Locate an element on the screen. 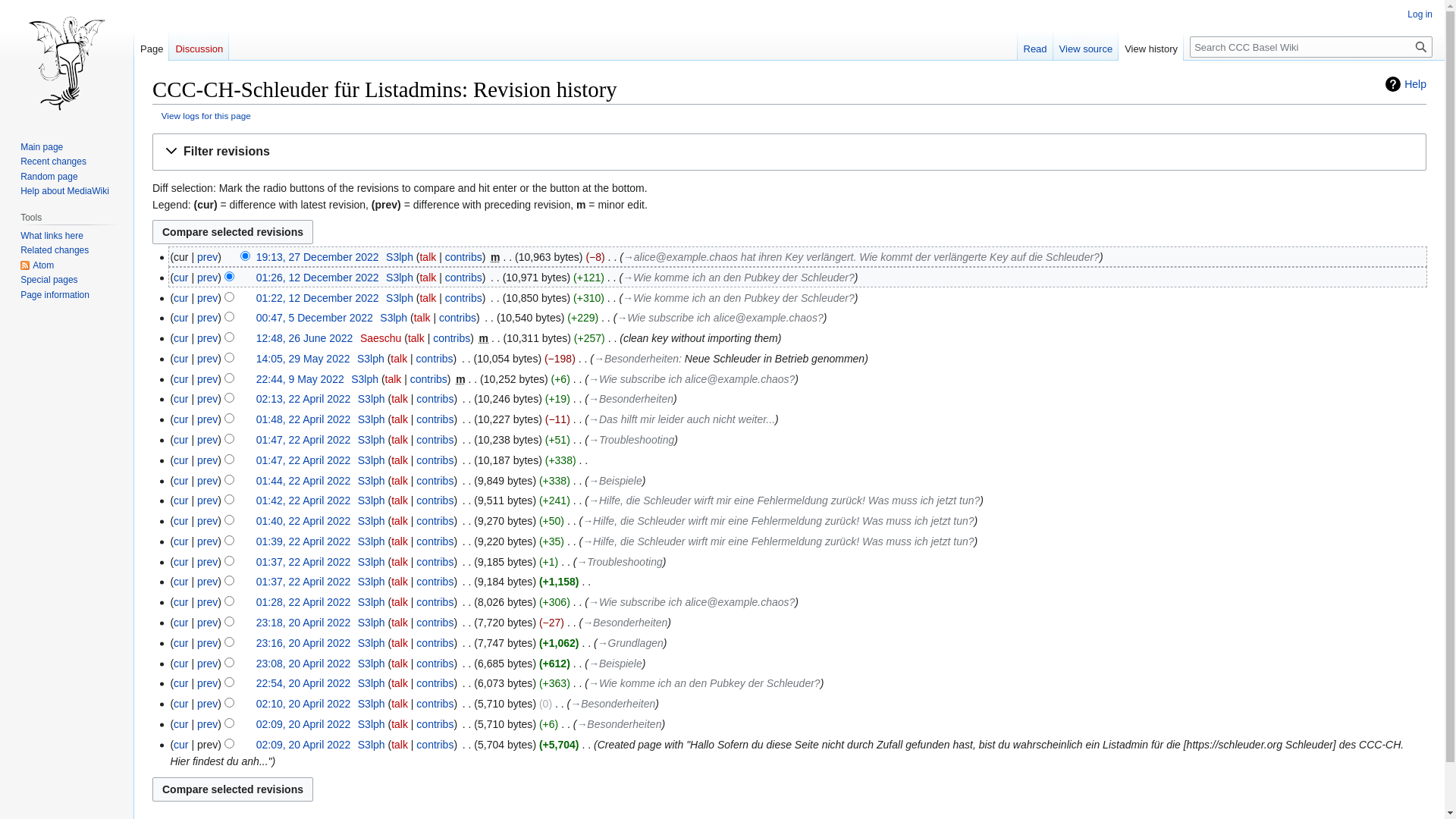 Image resolution: width=1456 pixels, height=819 pixels. 'What links here' is located at coordinates (52, 236).